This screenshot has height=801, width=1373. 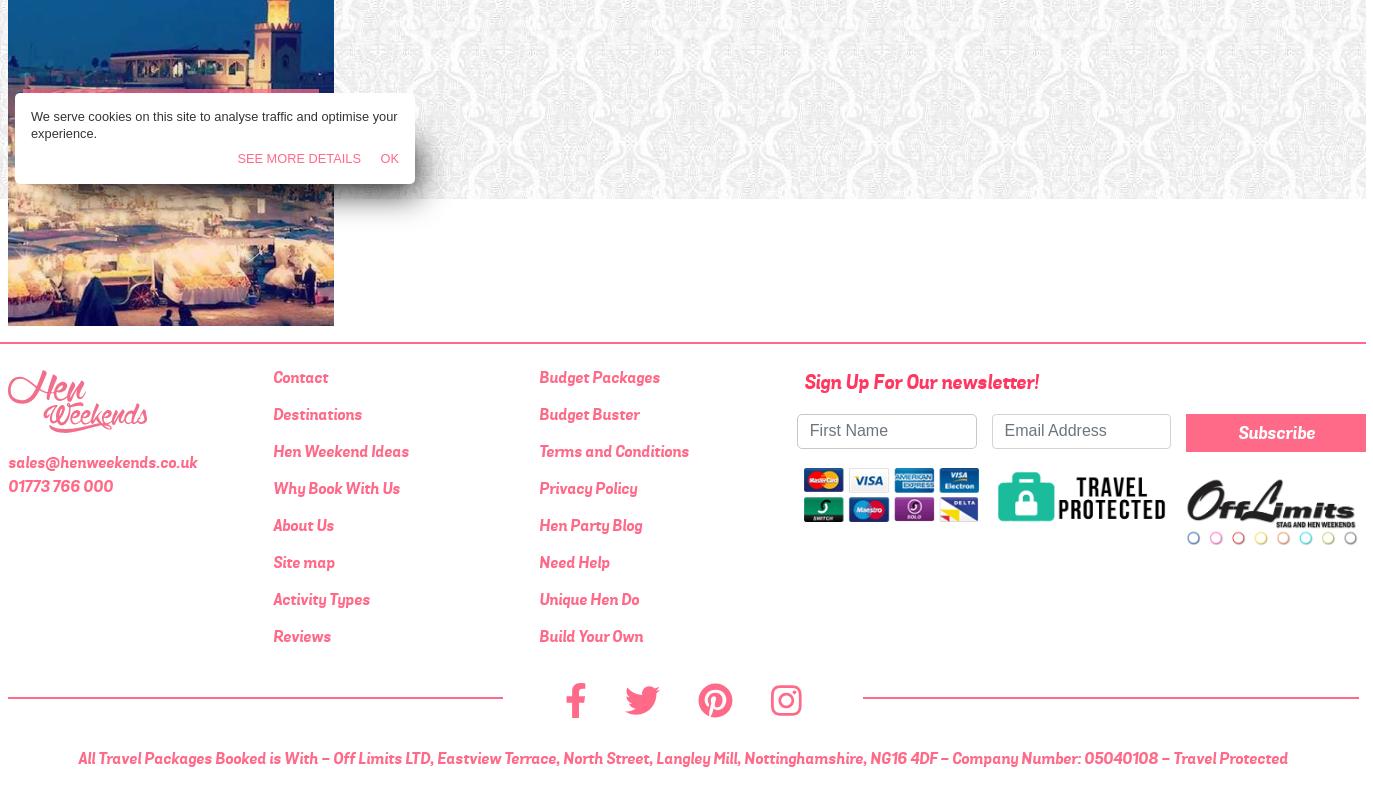 I want to click on 'All Travel Packages Booked is With - Off Limits LTD, Eastview Terrace, North Street, Langley Mill, Nottinghamshire, NG16 4DF  - Company Number: 05040108 - Travel Protected', so click(x=76, y=758).